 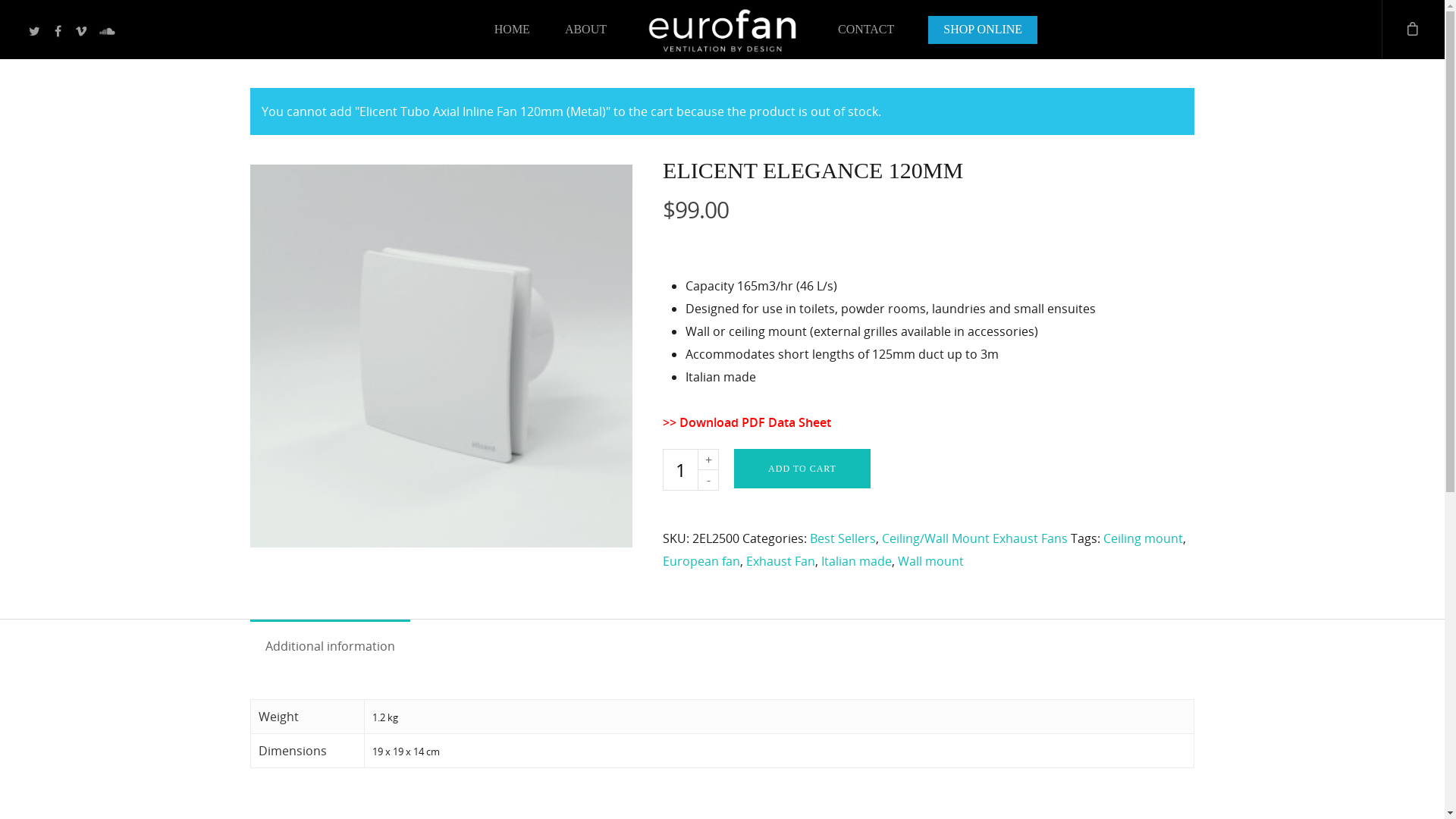 What do you see at coordinates (801, 467) in the screenshot?
I see `'ADD TO CART'` at bounding box center [801, 467].